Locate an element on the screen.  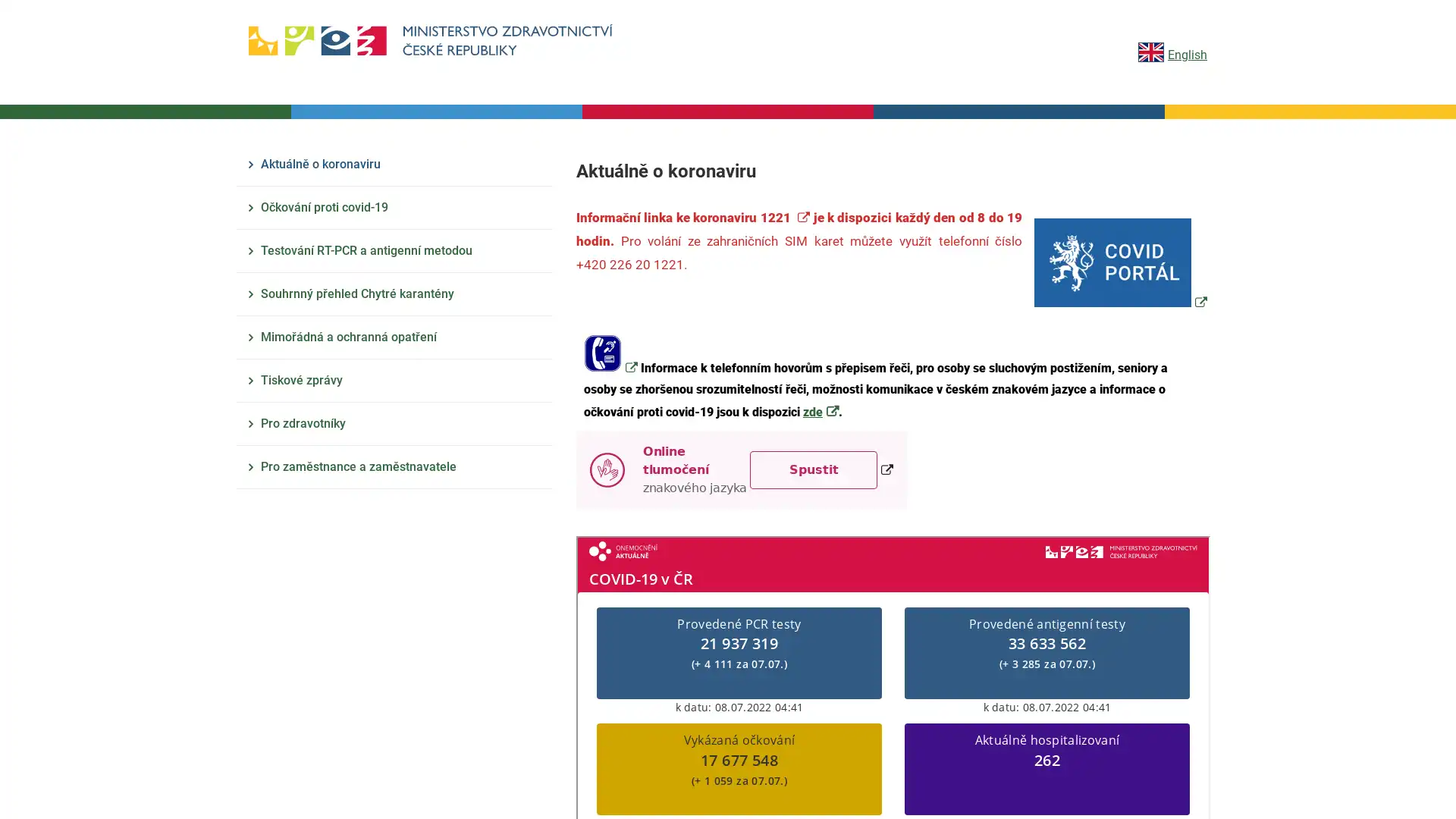
Spustit is located at coordinates (813, 468).